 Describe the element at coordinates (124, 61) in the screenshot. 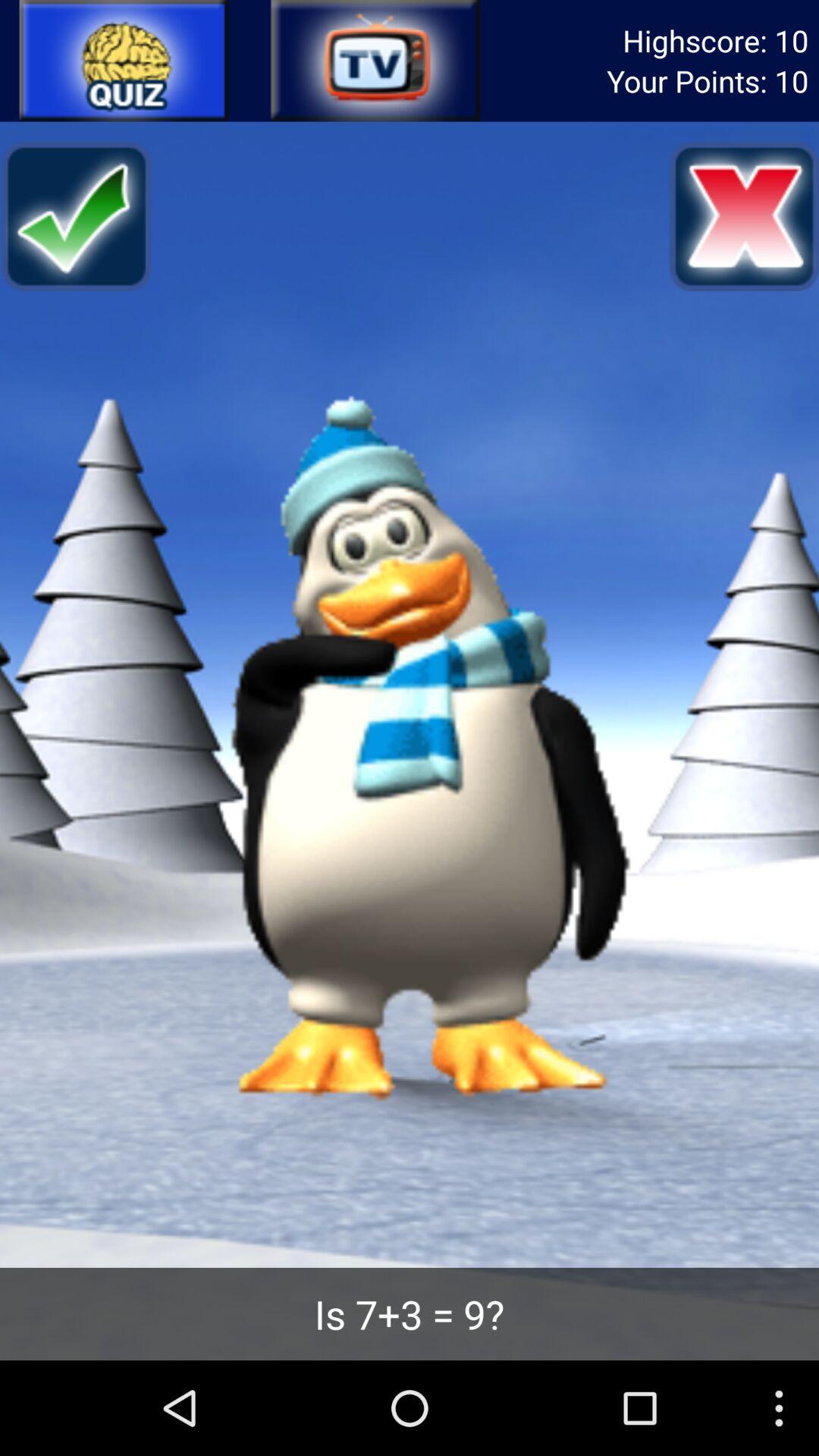

I see `take quiz` at that location.